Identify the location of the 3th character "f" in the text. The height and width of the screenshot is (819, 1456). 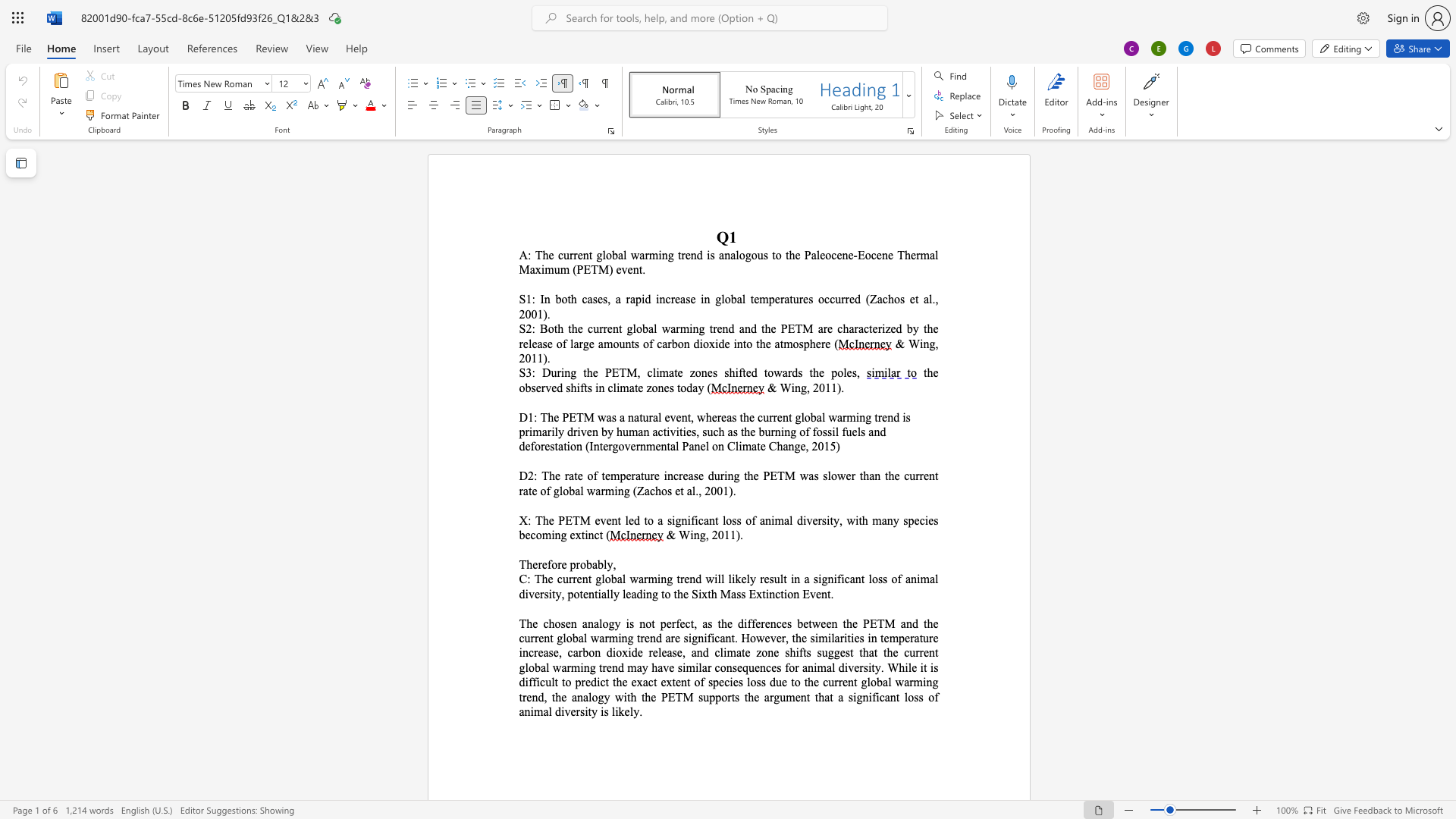
(786, 667).